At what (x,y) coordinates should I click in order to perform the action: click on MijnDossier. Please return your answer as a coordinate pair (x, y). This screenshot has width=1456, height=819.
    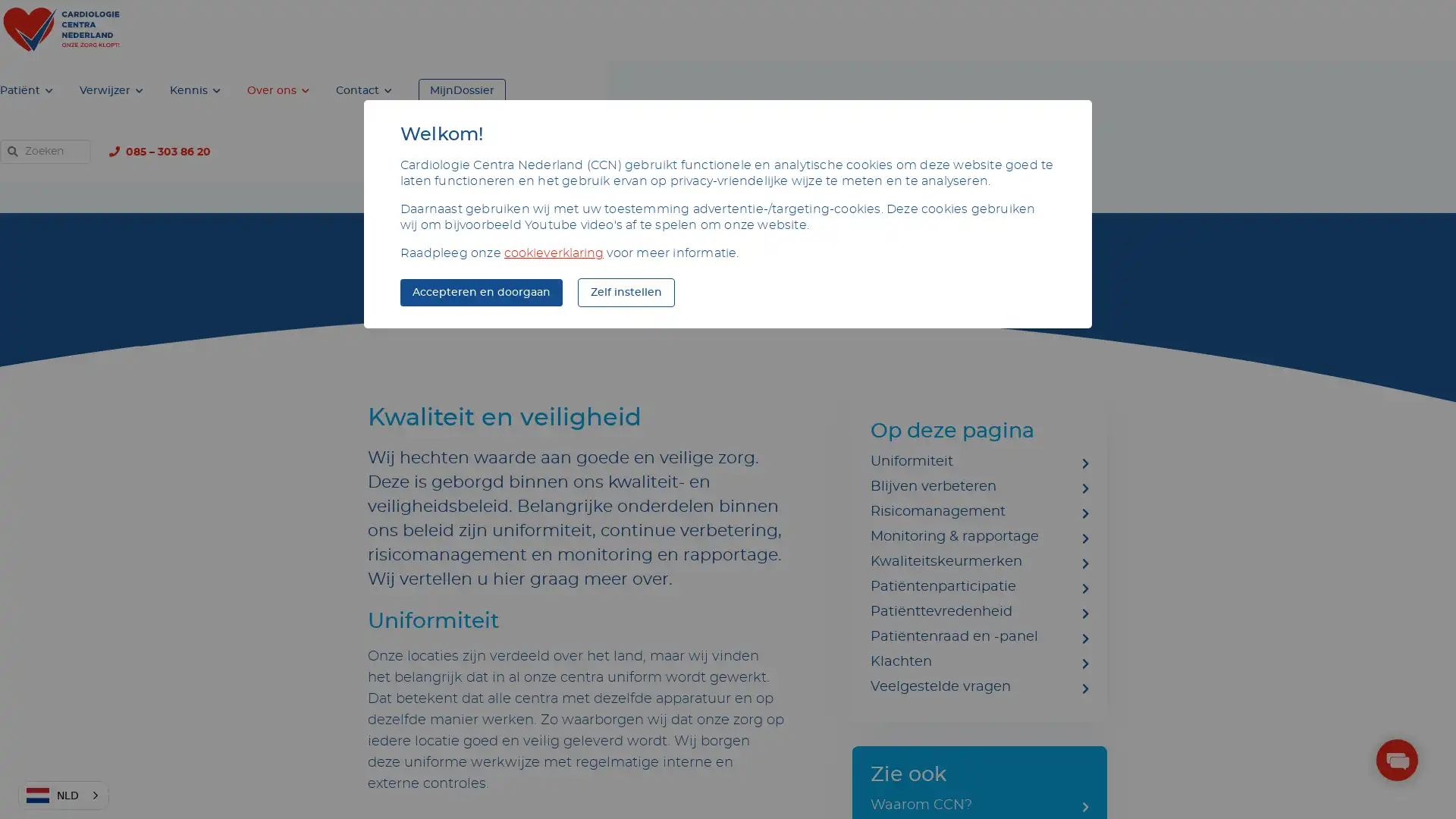
    Looking at the image, I should click on (986, 30).